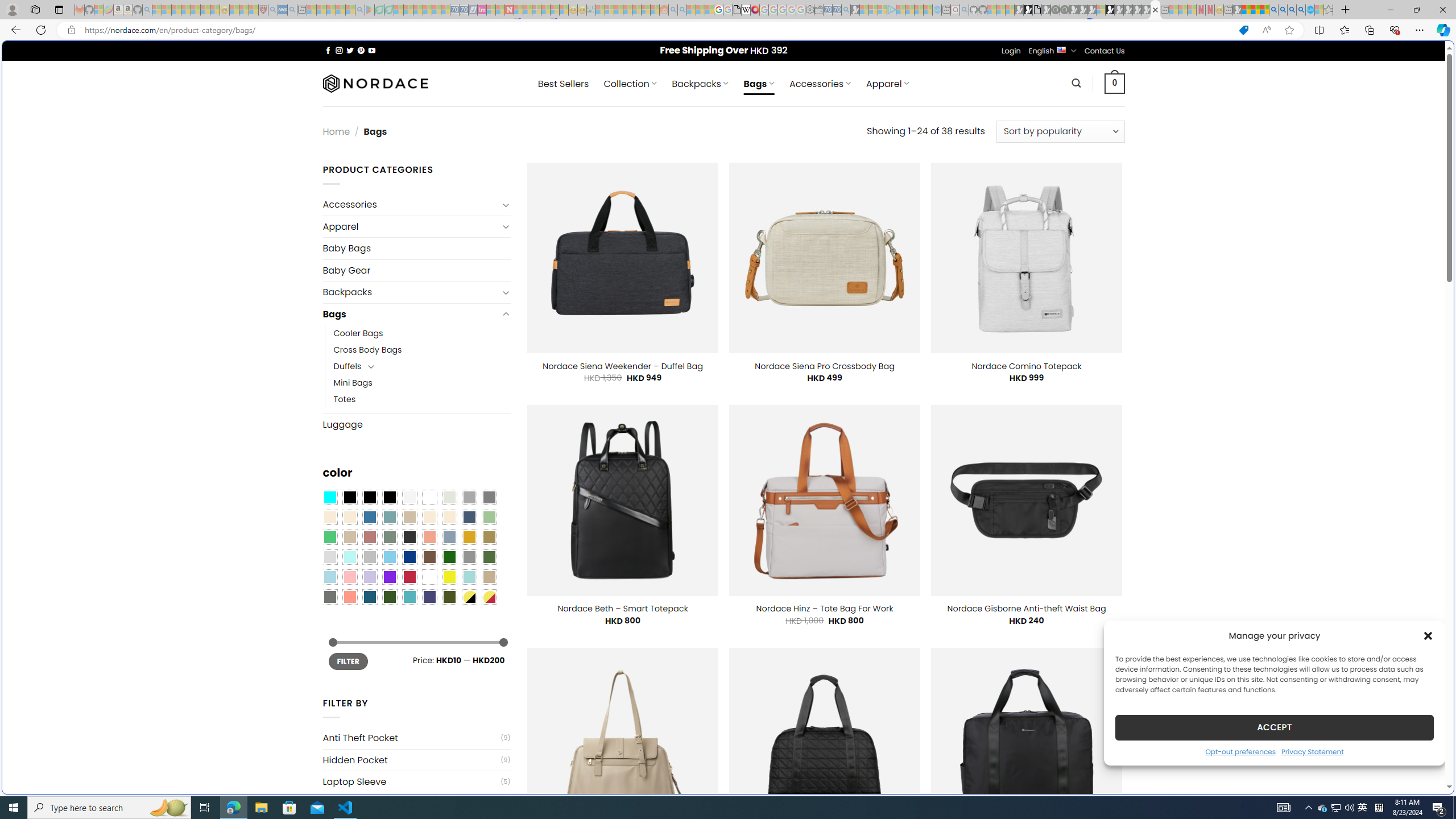 Image resolution: width=1456 pixels, height=819 pixels. What do you see at coordinates (1236, 9) in the screenshot?
I see `'MSN - Sleeping'` at bounding box center [1236, 9].